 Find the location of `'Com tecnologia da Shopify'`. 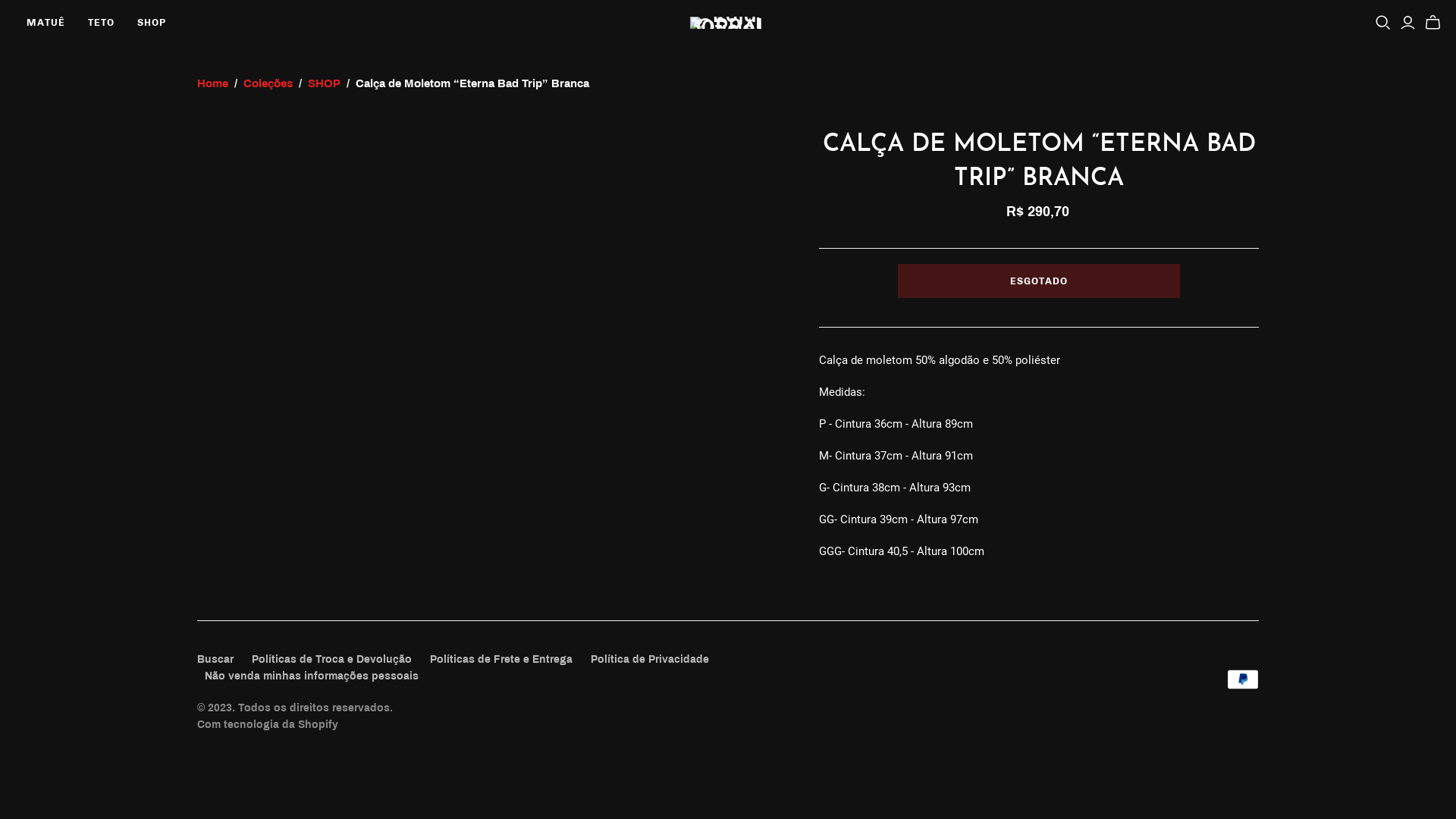

'Com tecnologia da Shopify' is located at coordinates (196, 723).